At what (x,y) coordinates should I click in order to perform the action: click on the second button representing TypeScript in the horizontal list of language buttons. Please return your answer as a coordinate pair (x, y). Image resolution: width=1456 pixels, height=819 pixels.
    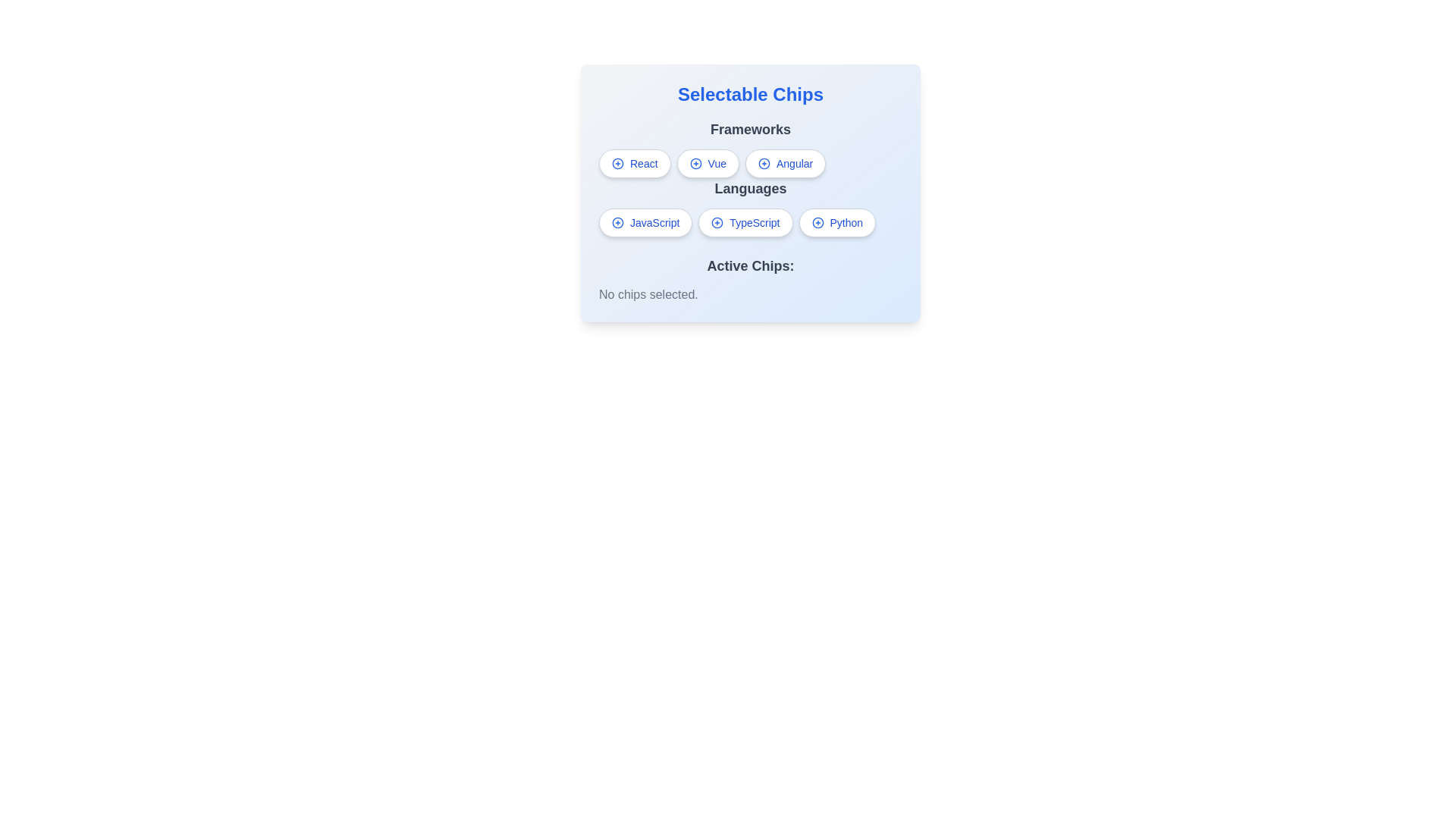
    Looking at the image, I should click on (745, 222).